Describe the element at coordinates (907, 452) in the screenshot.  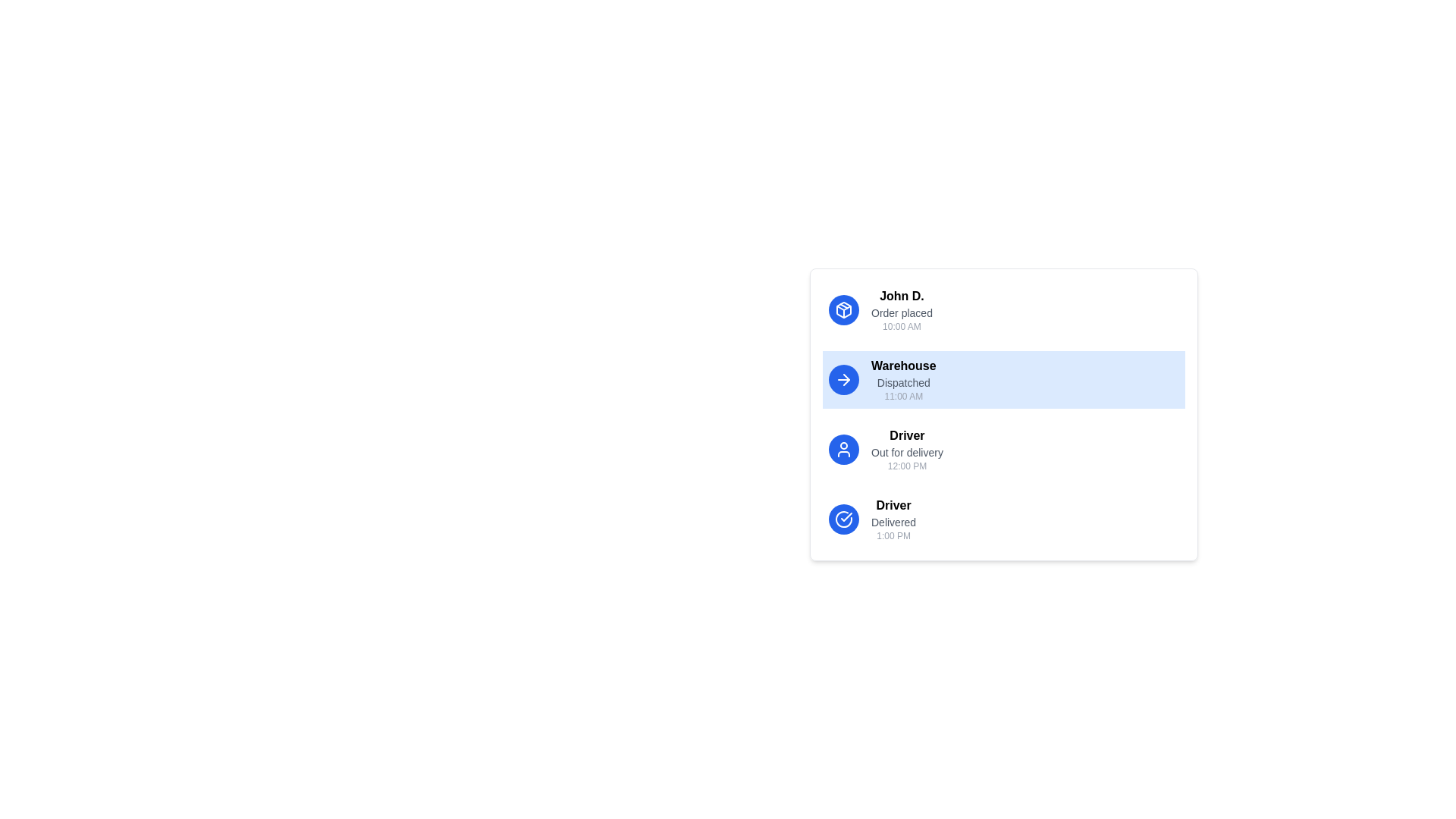
I see `the text label reading 'Out for delivery', which is positioned in a timeline structure, following the bold text 'Driver' and preceding '12:00 PM'` at that location.